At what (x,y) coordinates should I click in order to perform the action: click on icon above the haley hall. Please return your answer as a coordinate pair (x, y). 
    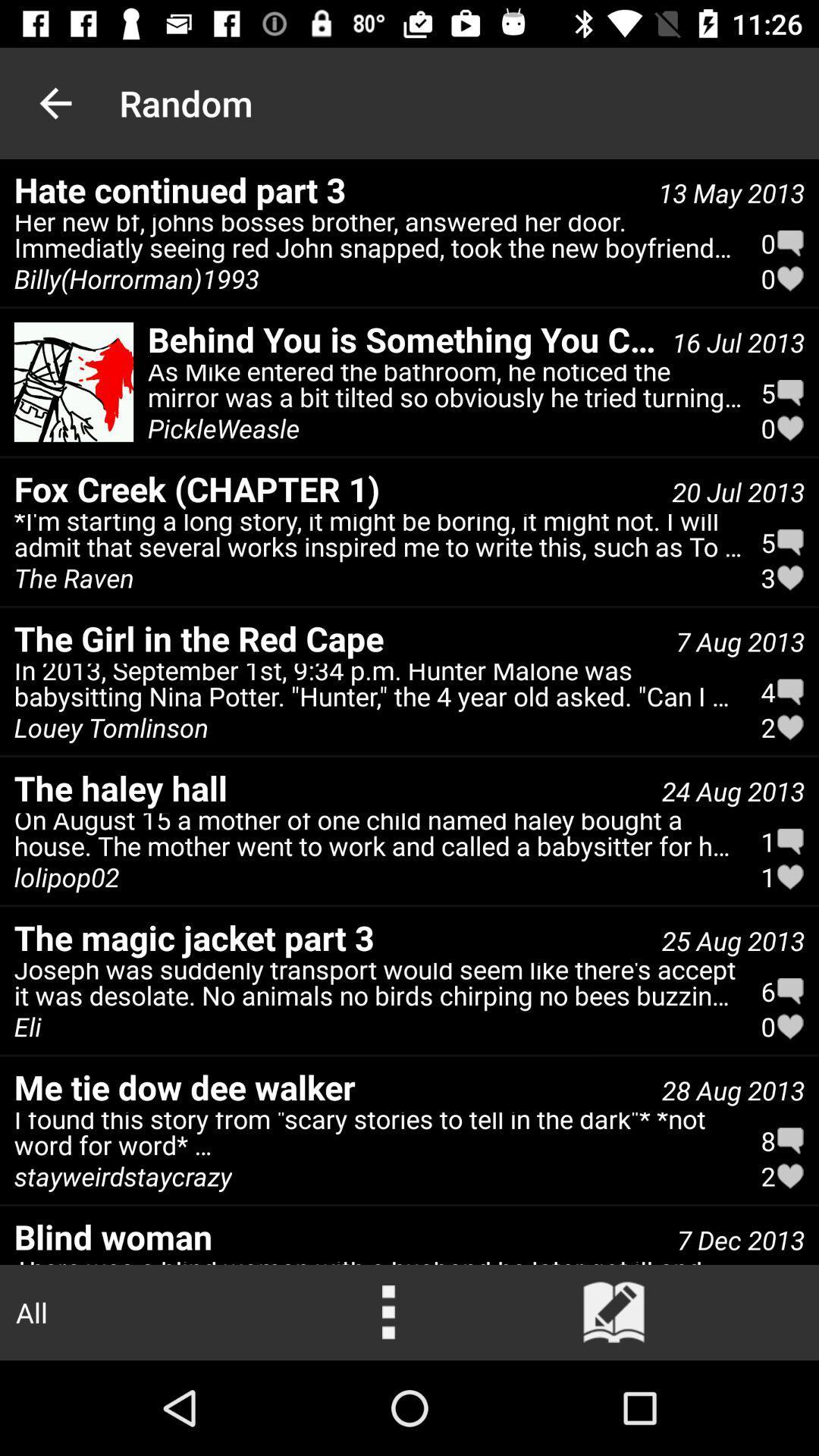
    Looking at the image, I should click on (378, 688).